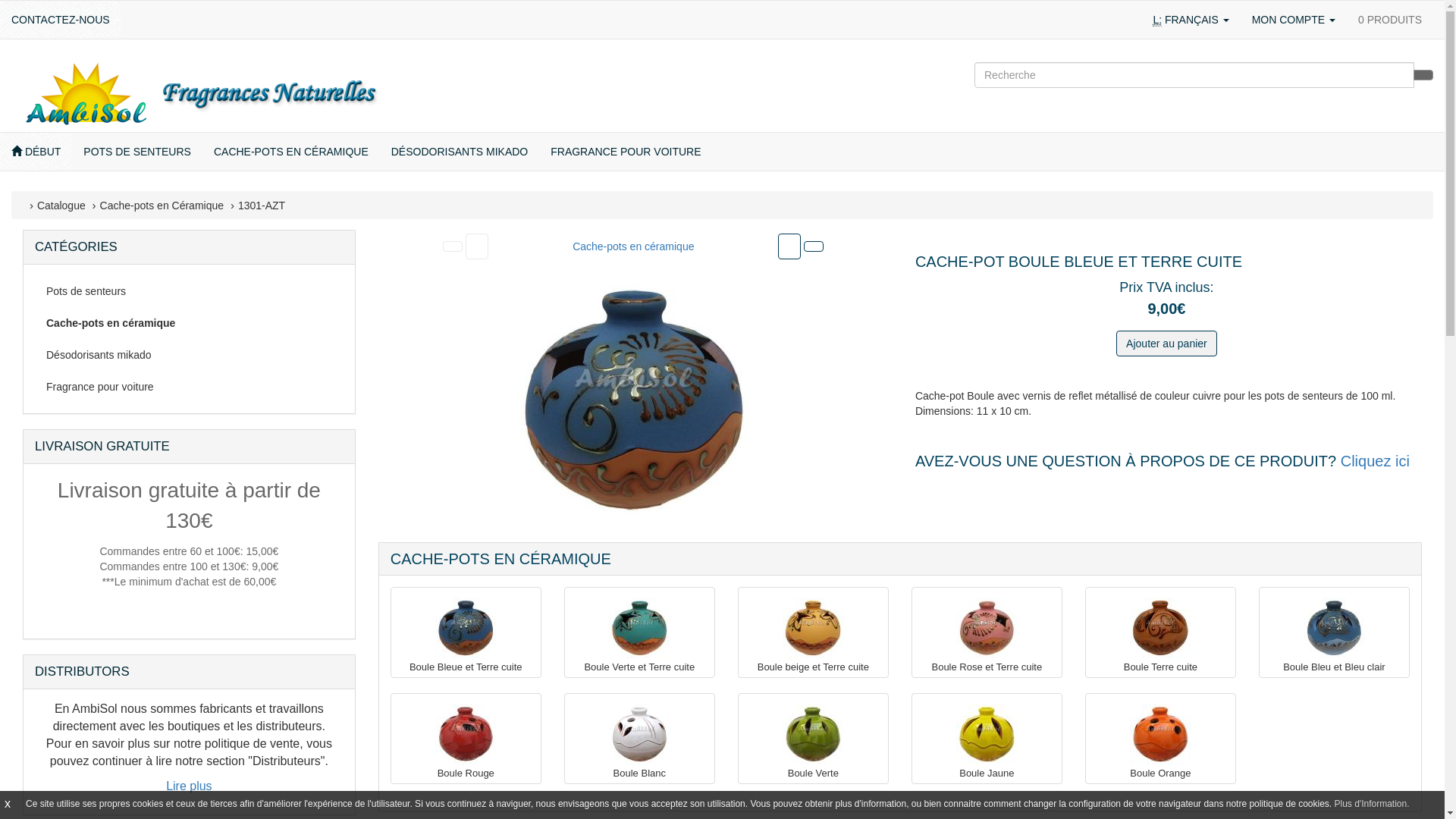 The image size is (1456, 819). Describe the element at coordinates (803, 245) in the screenshot. I see `'Dernier'` at that location.